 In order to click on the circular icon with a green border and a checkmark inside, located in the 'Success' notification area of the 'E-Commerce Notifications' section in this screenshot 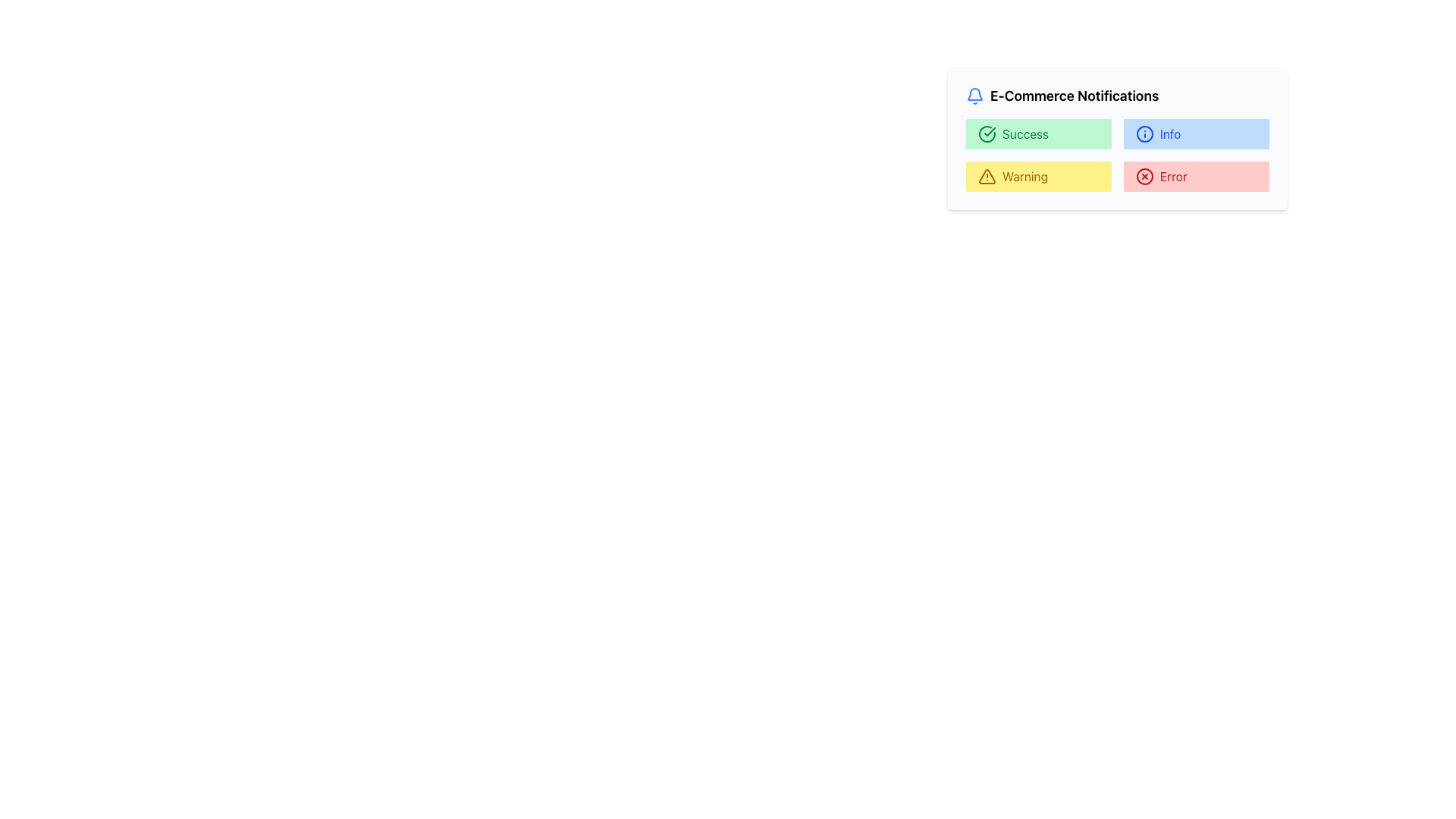, I will do `click(987, 133)`.